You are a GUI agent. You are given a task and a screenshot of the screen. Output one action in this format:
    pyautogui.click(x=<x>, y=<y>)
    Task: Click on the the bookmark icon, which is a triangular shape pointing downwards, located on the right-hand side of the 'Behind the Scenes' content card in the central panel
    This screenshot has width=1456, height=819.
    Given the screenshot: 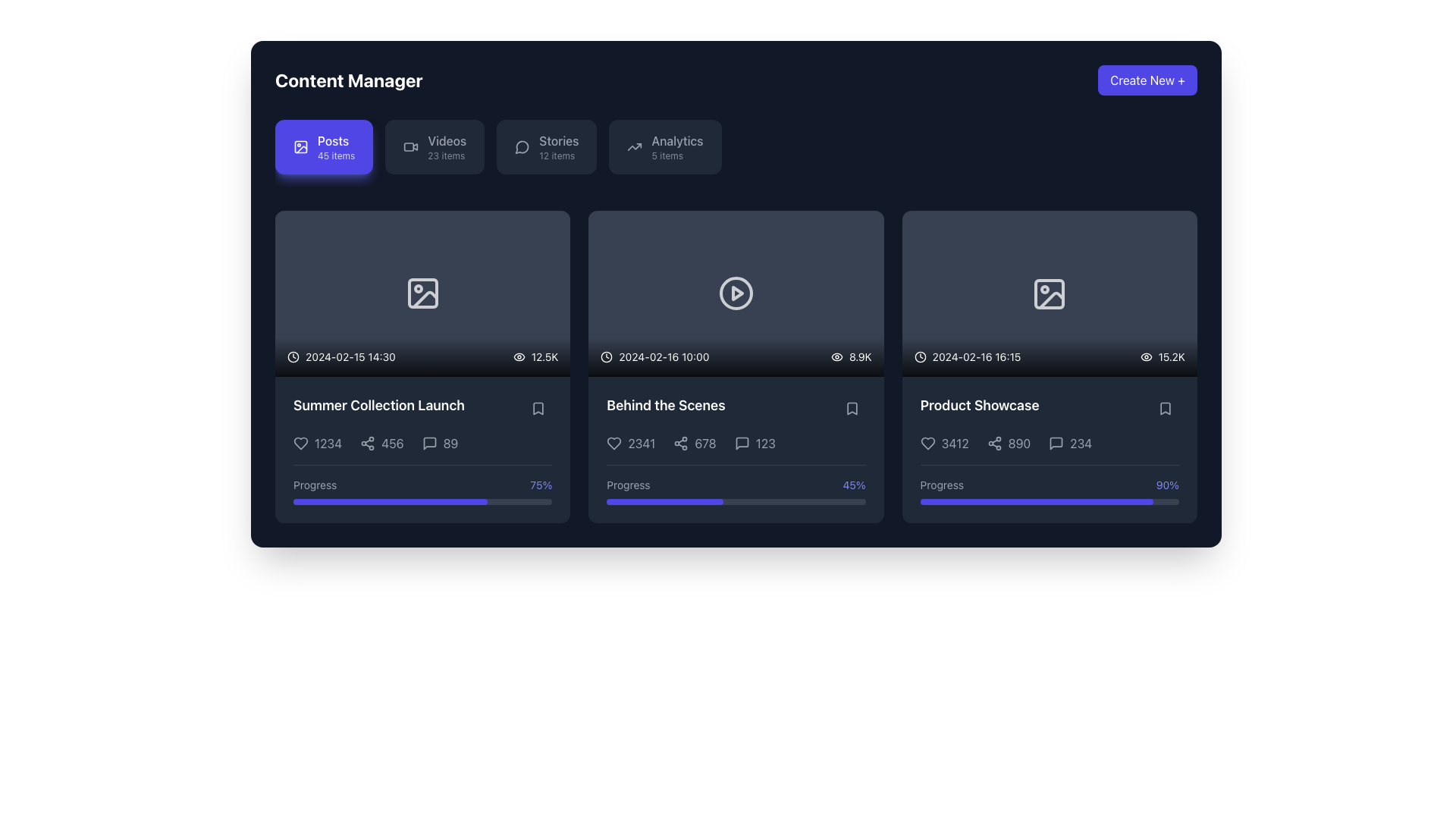 What is the action you would take?
    pyautogui.click(x=852, y=408)
    